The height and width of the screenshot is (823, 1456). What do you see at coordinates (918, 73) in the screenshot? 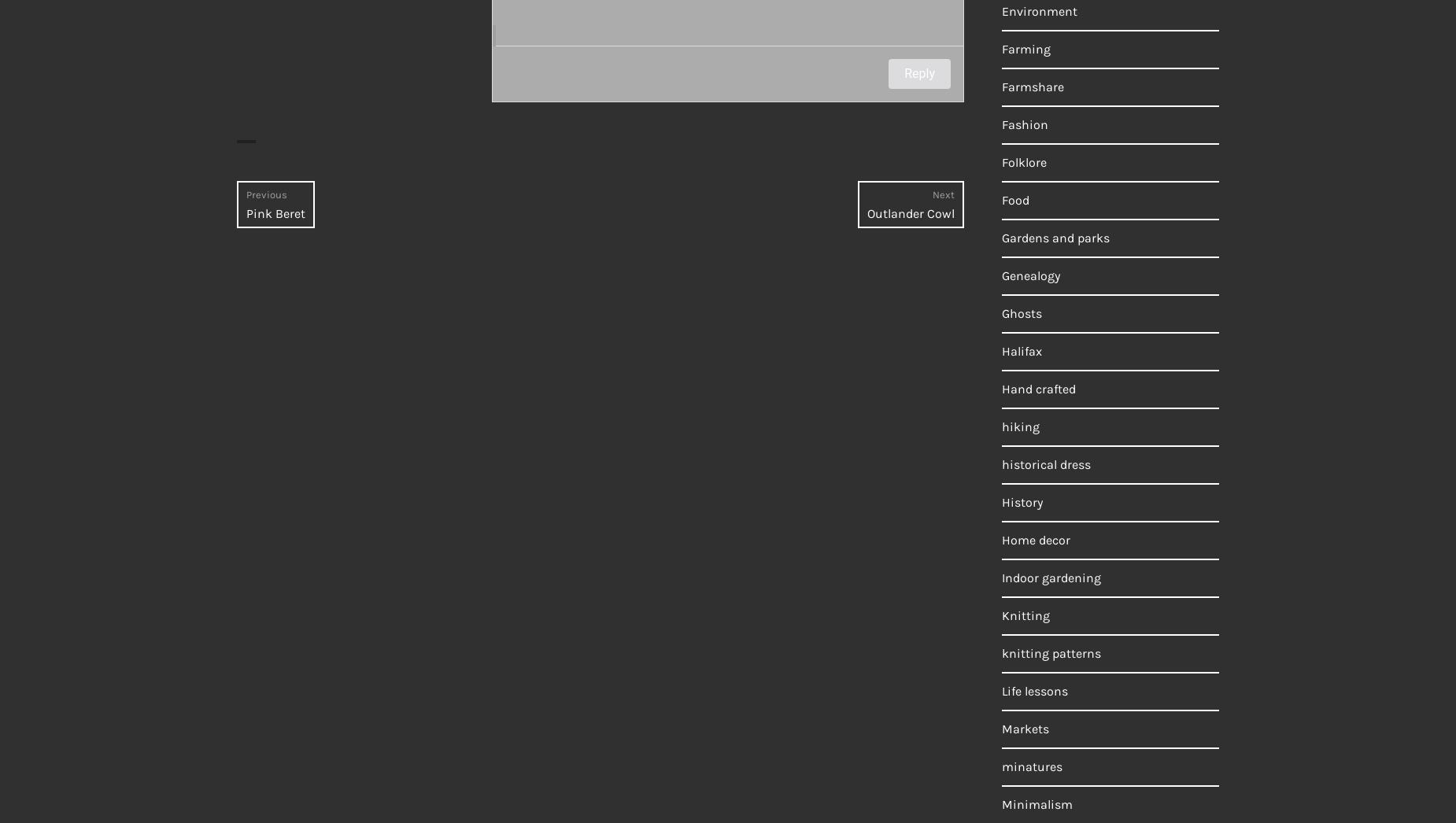
I see `'Reply'` at bounding box center [918, 73].